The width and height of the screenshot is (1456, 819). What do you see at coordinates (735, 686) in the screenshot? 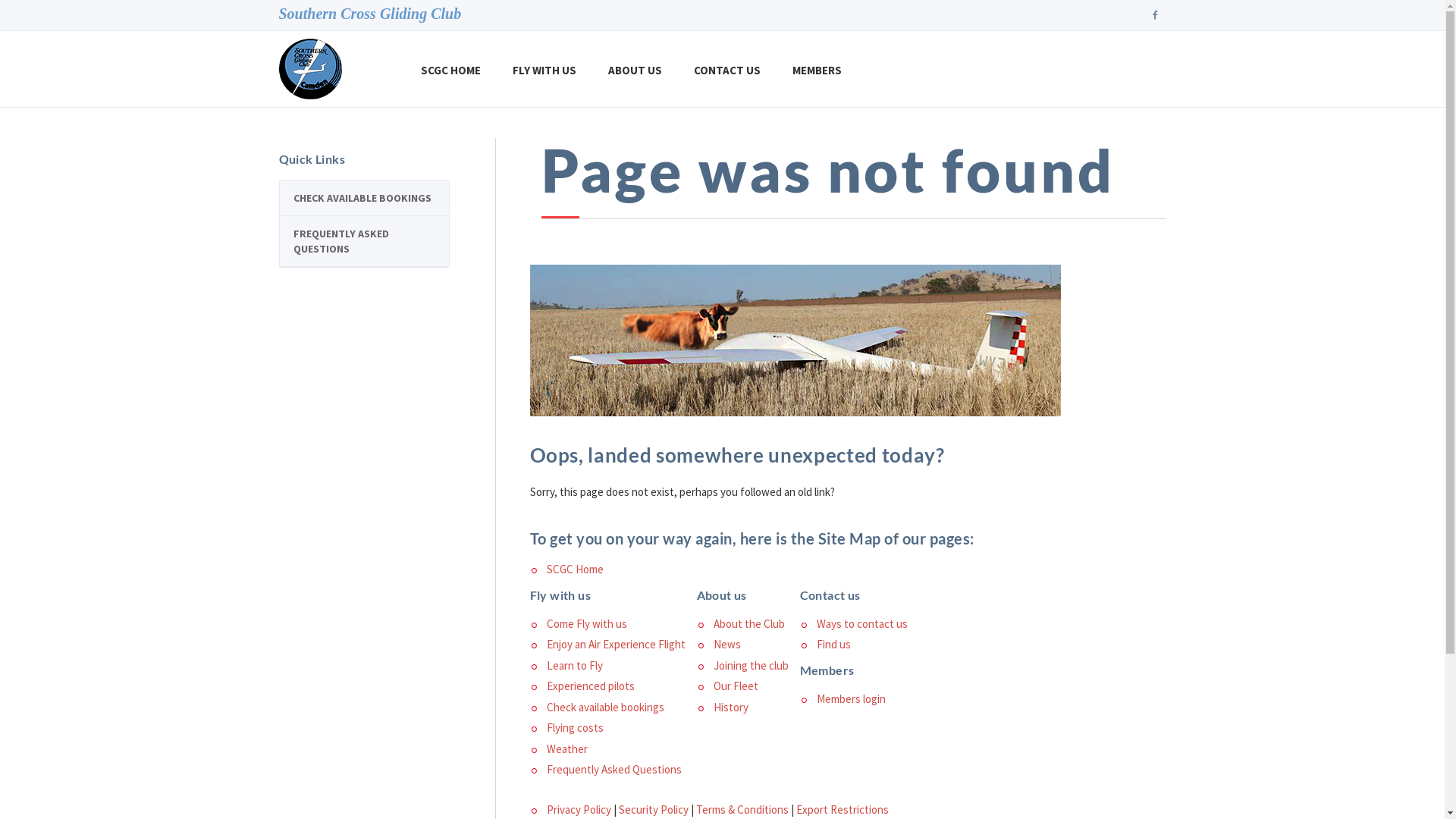
I see `'Our Fleet'` at bounding box center [735, 686].